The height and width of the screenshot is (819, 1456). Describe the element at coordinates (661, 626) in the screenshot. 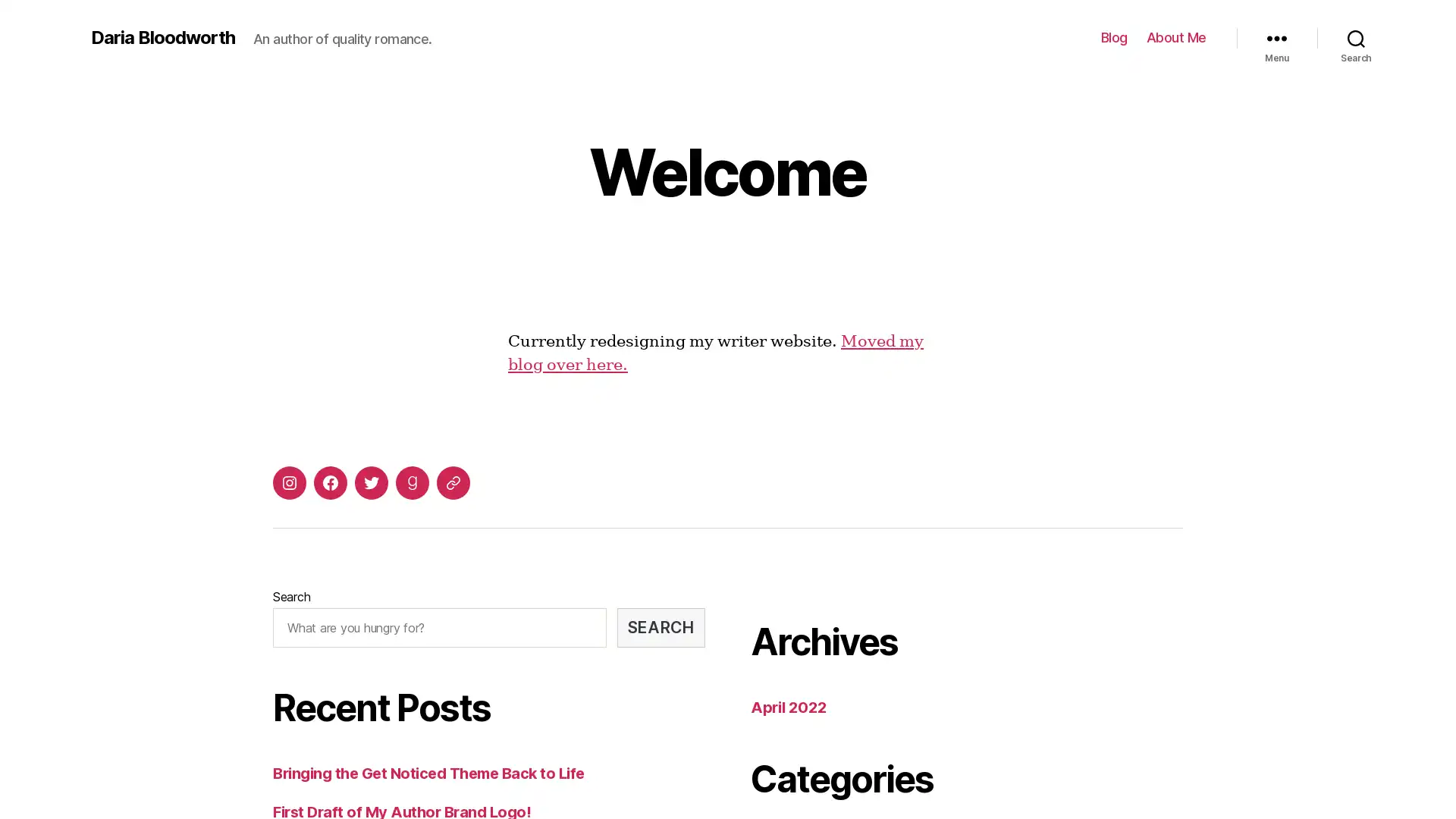

I see `SEARCH` at that location.